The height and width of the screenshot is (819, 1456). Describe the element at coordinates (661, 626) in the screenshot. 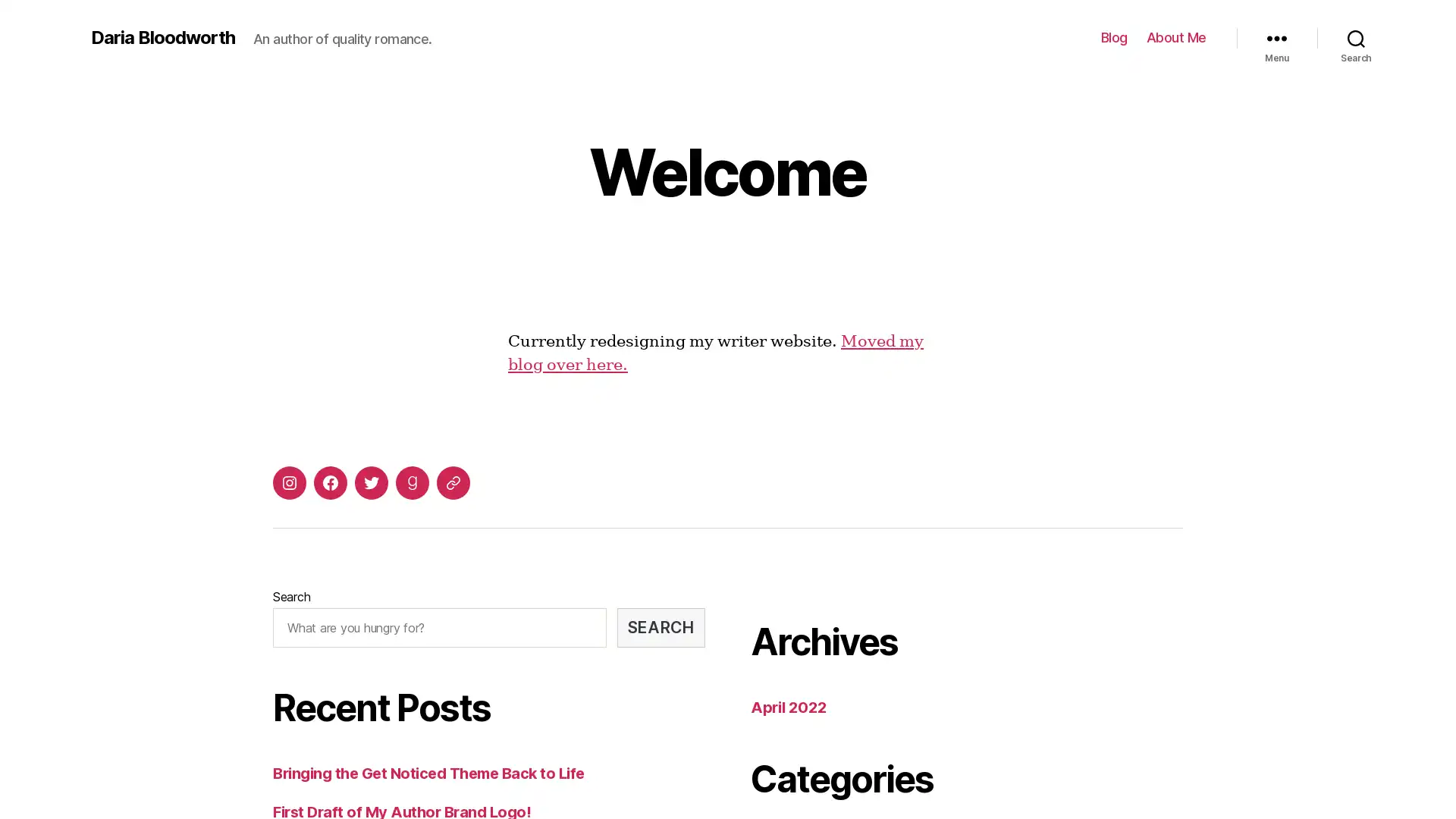

I see `SEARCH` at that location.